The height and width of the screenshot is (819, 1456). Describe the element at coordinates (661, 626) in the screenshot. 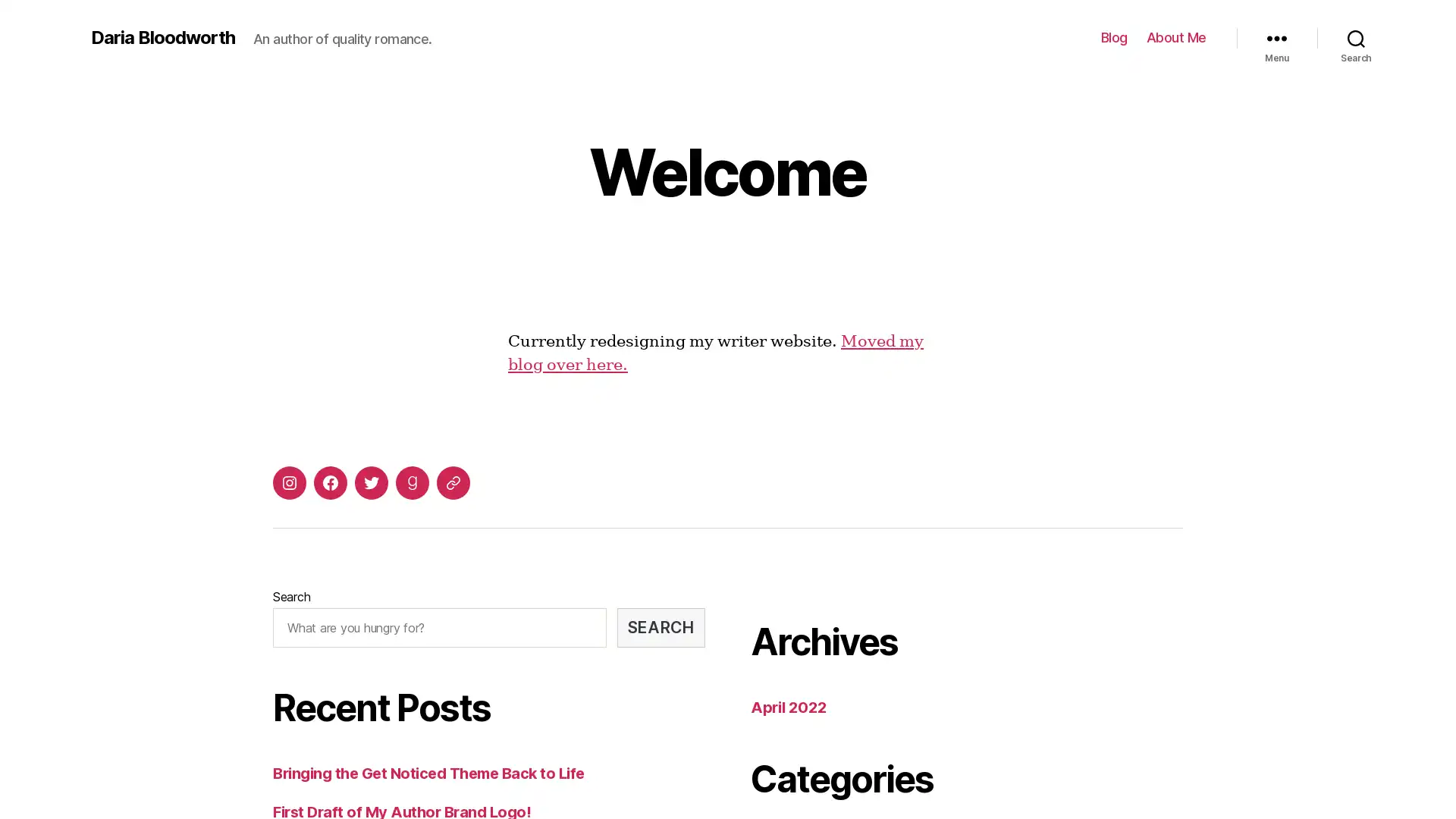

I see `SEARCH` at that location.